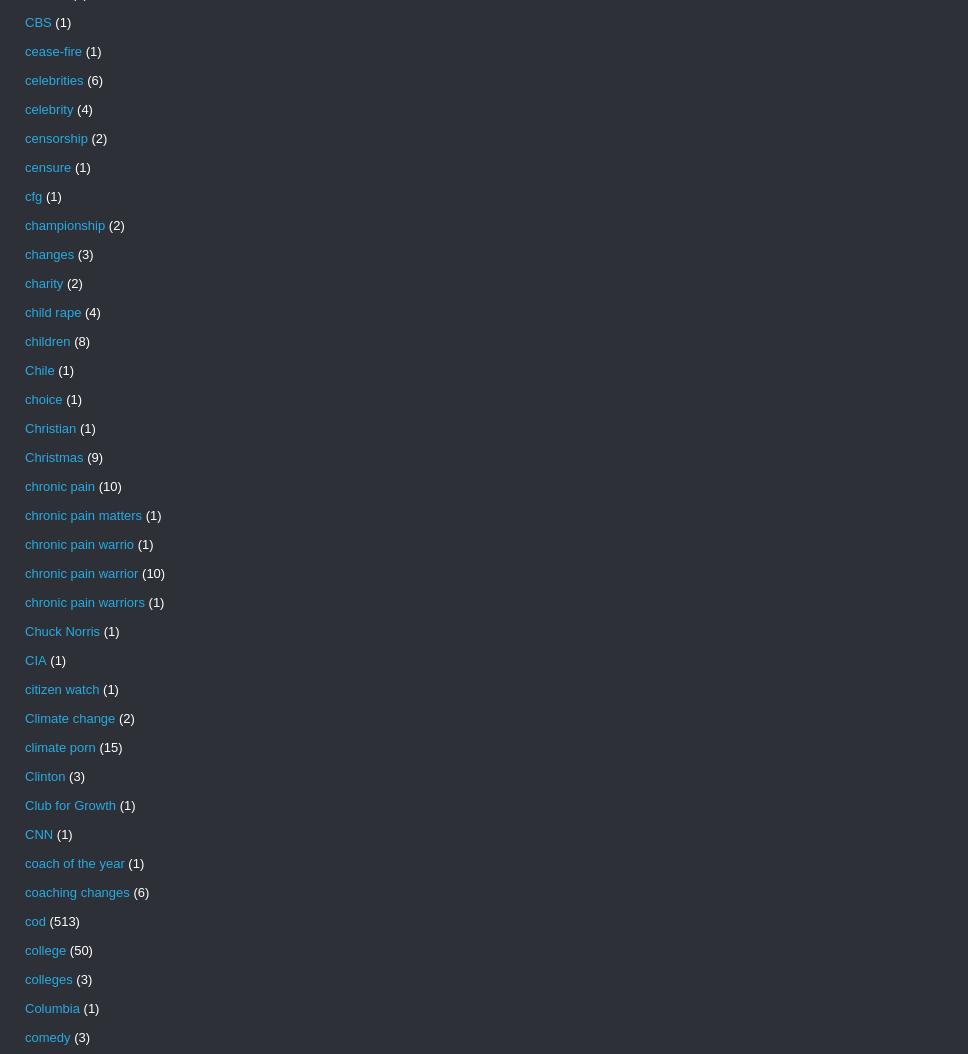 This screenshot has width=968, height=1054. What do you see at coordinates (39, 369) in the screenshot?
I see `'Chile'` at bounding box center [39, 369].